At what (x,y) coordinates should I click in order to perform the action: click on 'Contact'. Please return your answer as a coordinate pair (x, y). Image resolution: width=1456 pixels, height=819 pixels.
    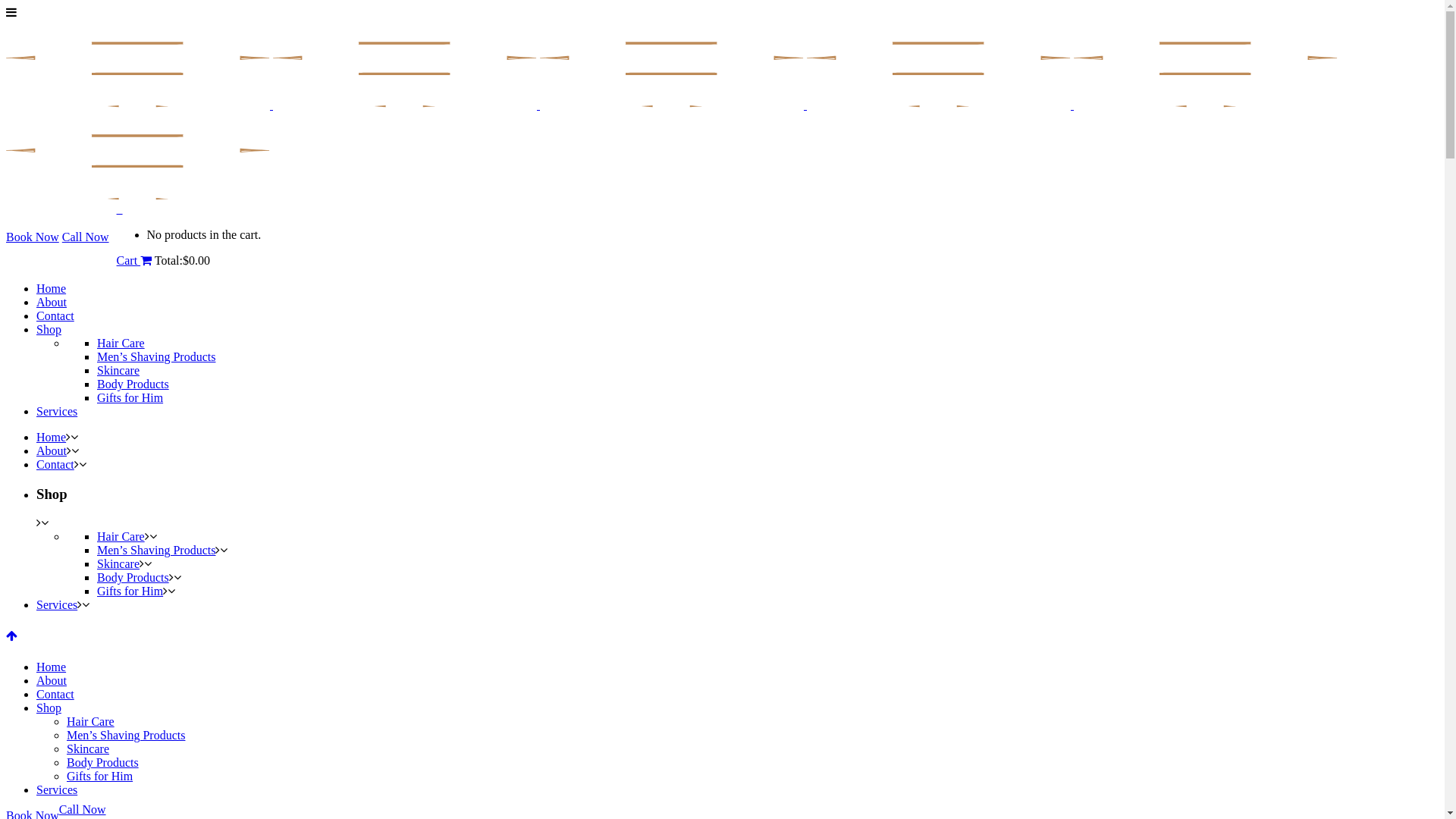
    Looking at the image, I should click on (36, 694).